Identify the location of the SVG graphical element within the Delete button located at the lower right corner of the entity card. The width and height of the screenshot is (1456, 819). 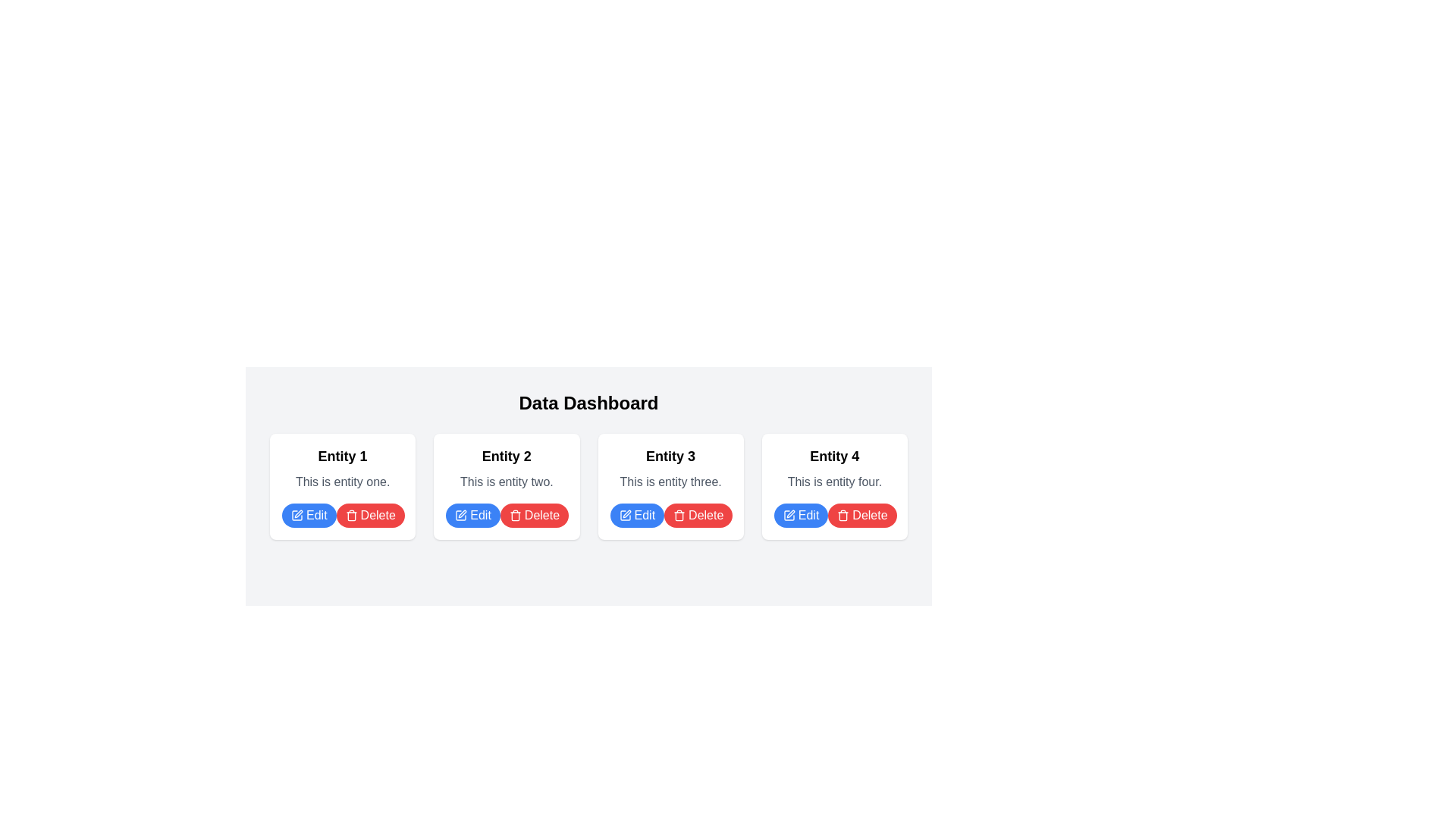
(350, 516).